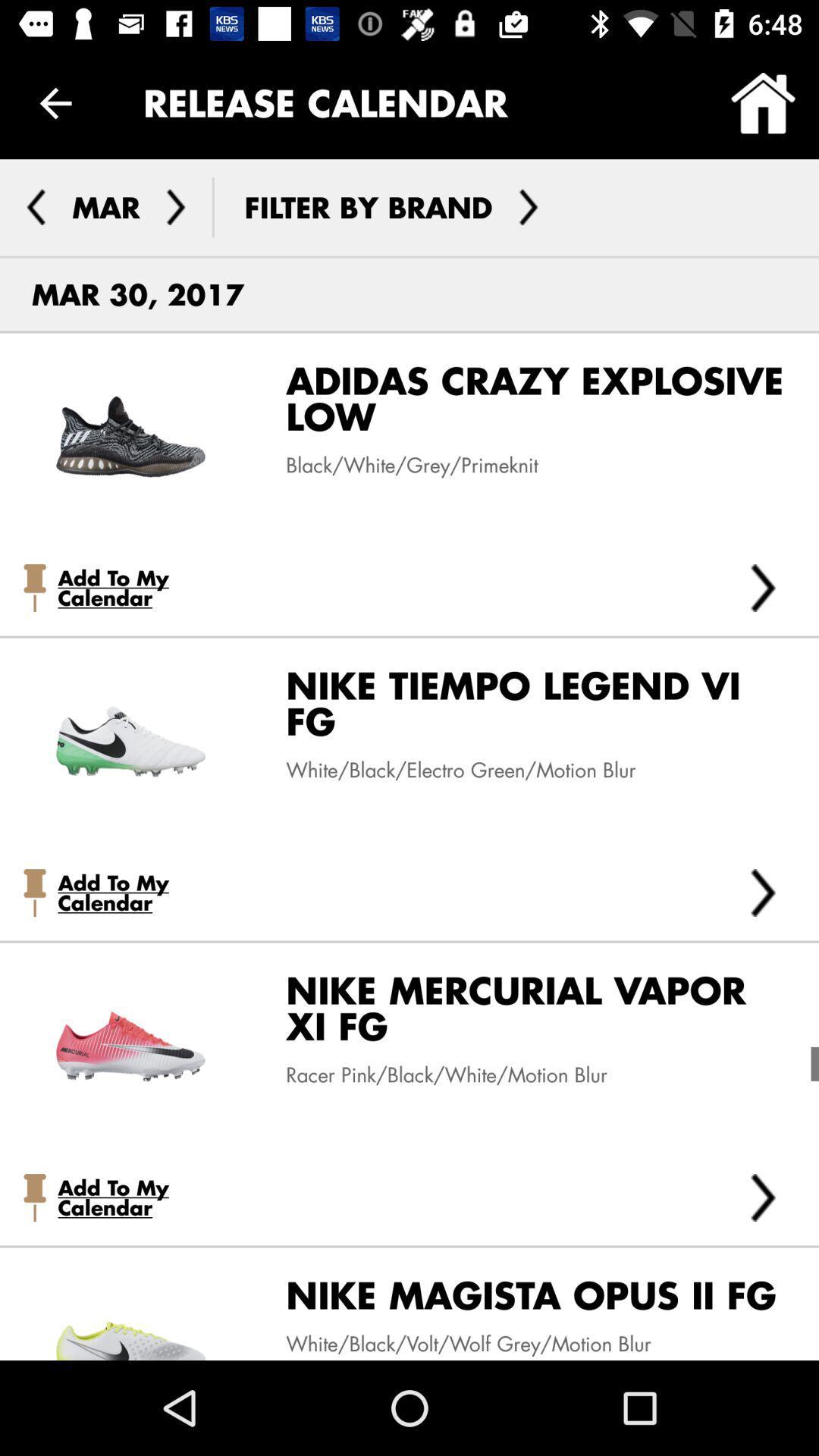  What do you see at coordinates (763, 1197) in the screenshot?
I see `the item above nike magista opus` at bounding box center [763, 1197].